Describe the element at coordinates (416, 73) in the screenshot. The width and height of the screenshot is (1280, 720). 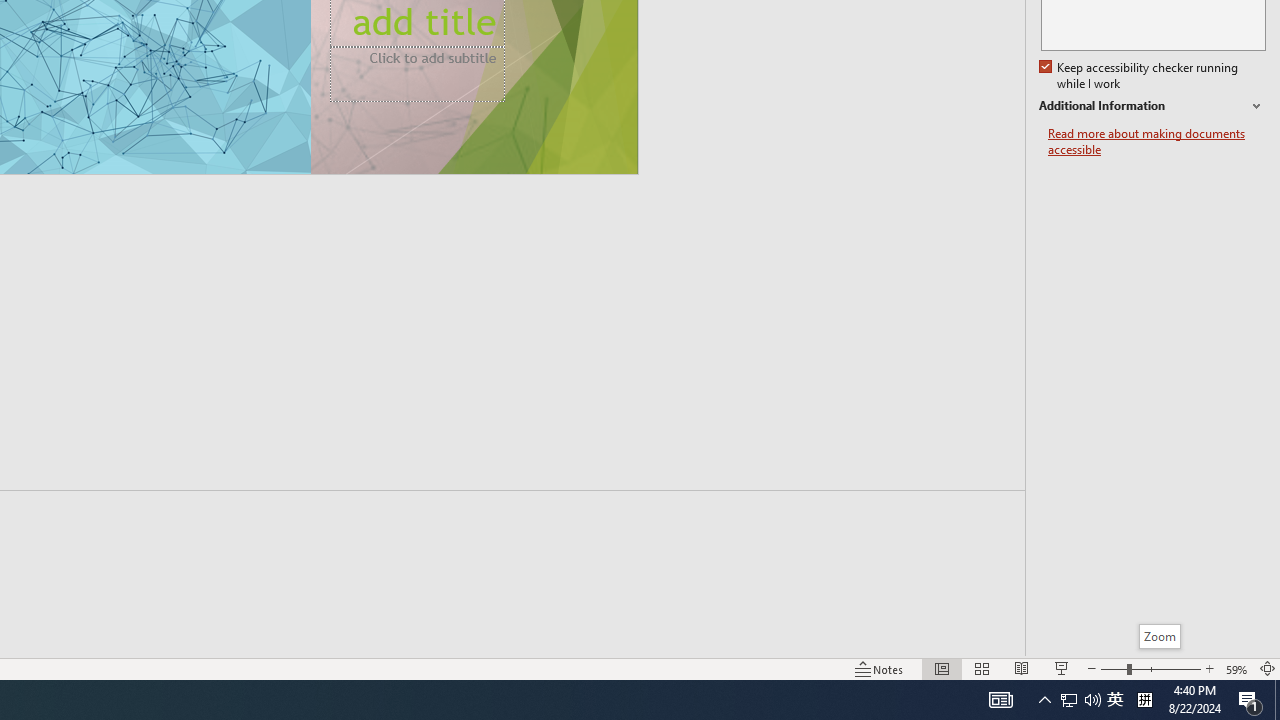
I see `'Subtitle TextBox'` at that location.